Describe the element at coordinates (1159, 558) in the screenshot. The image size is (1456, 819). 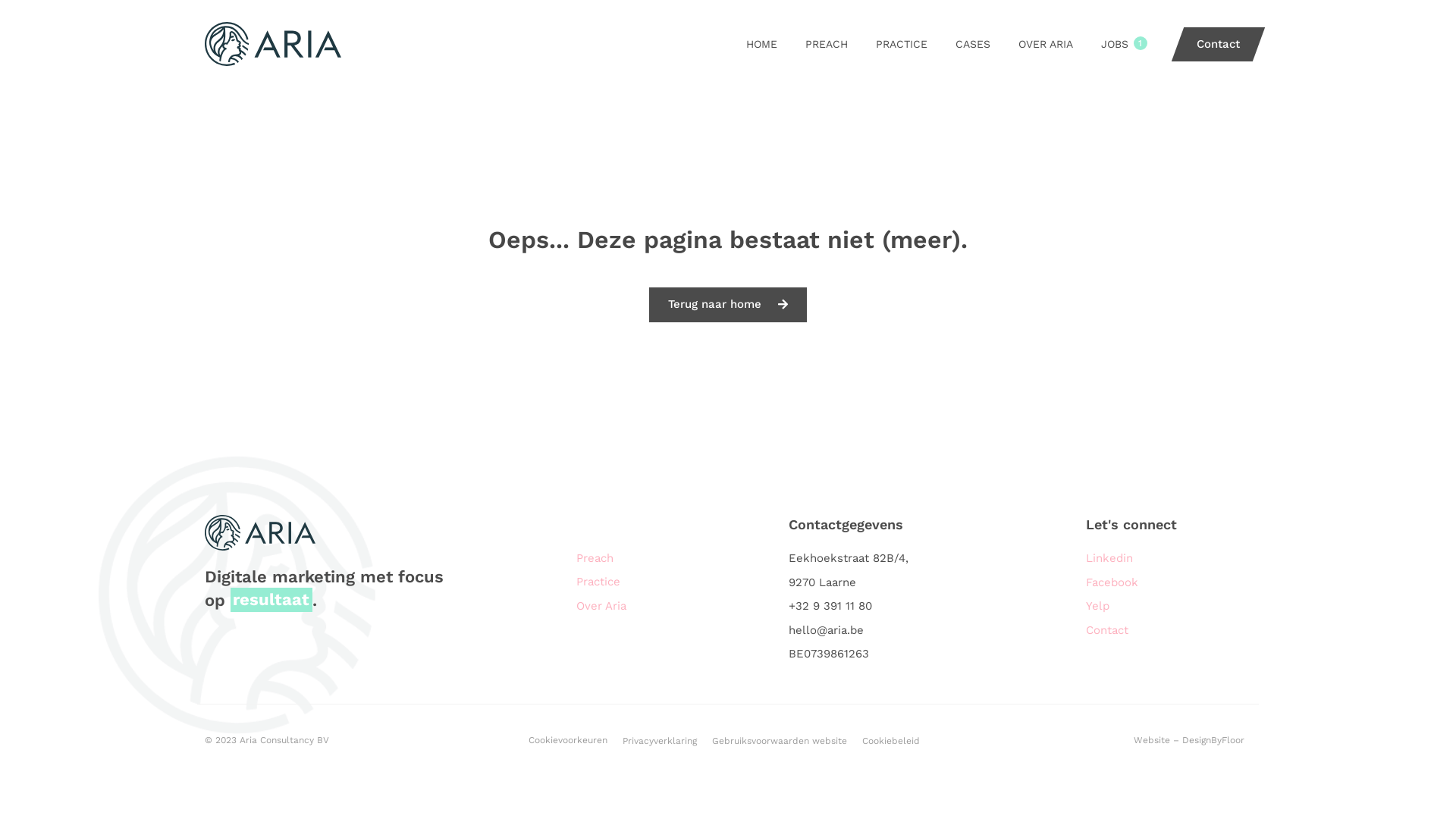
I see `'Linkedin'` at that location.